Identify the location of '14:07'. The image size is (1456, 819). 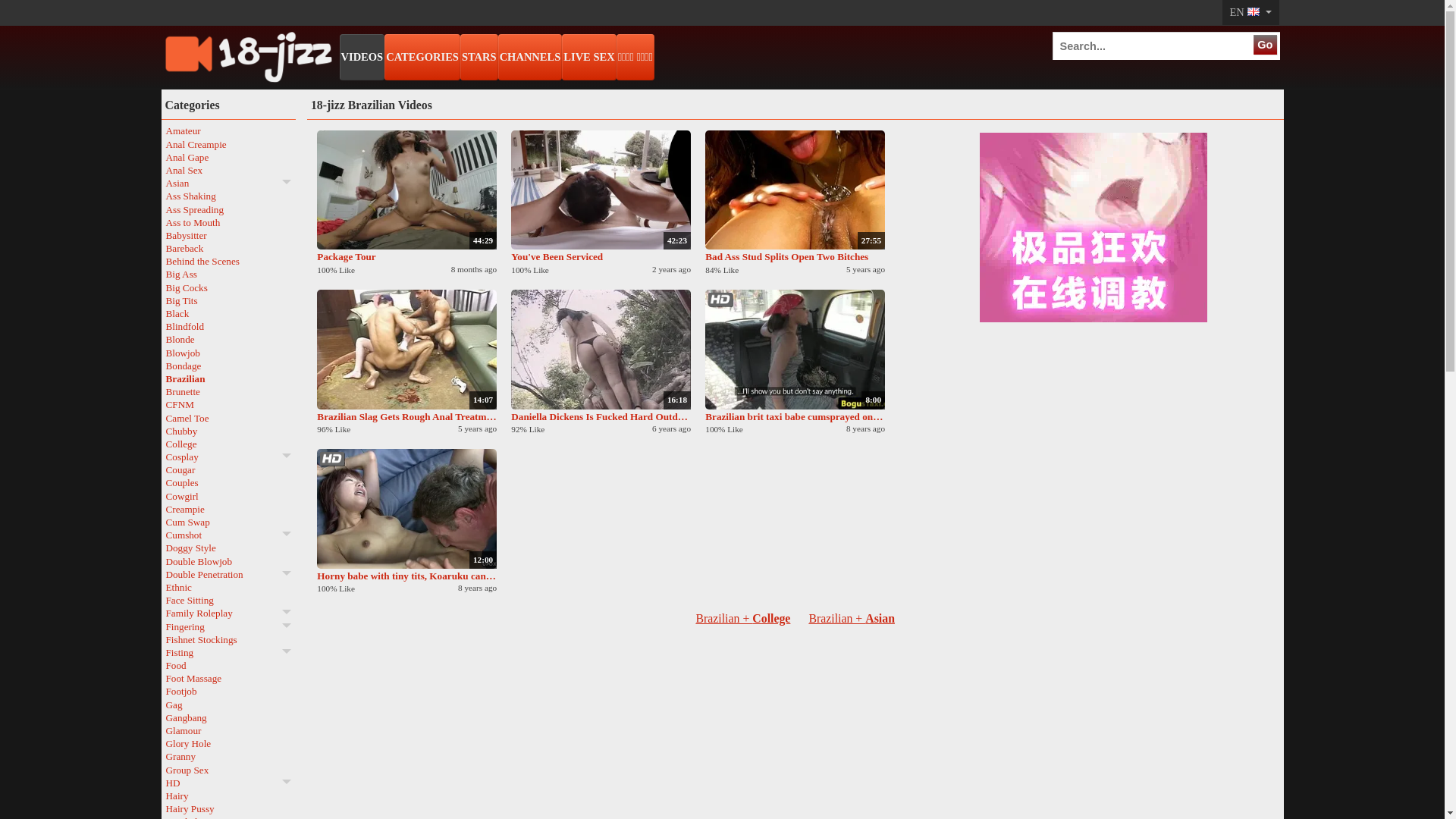
(315, 350).